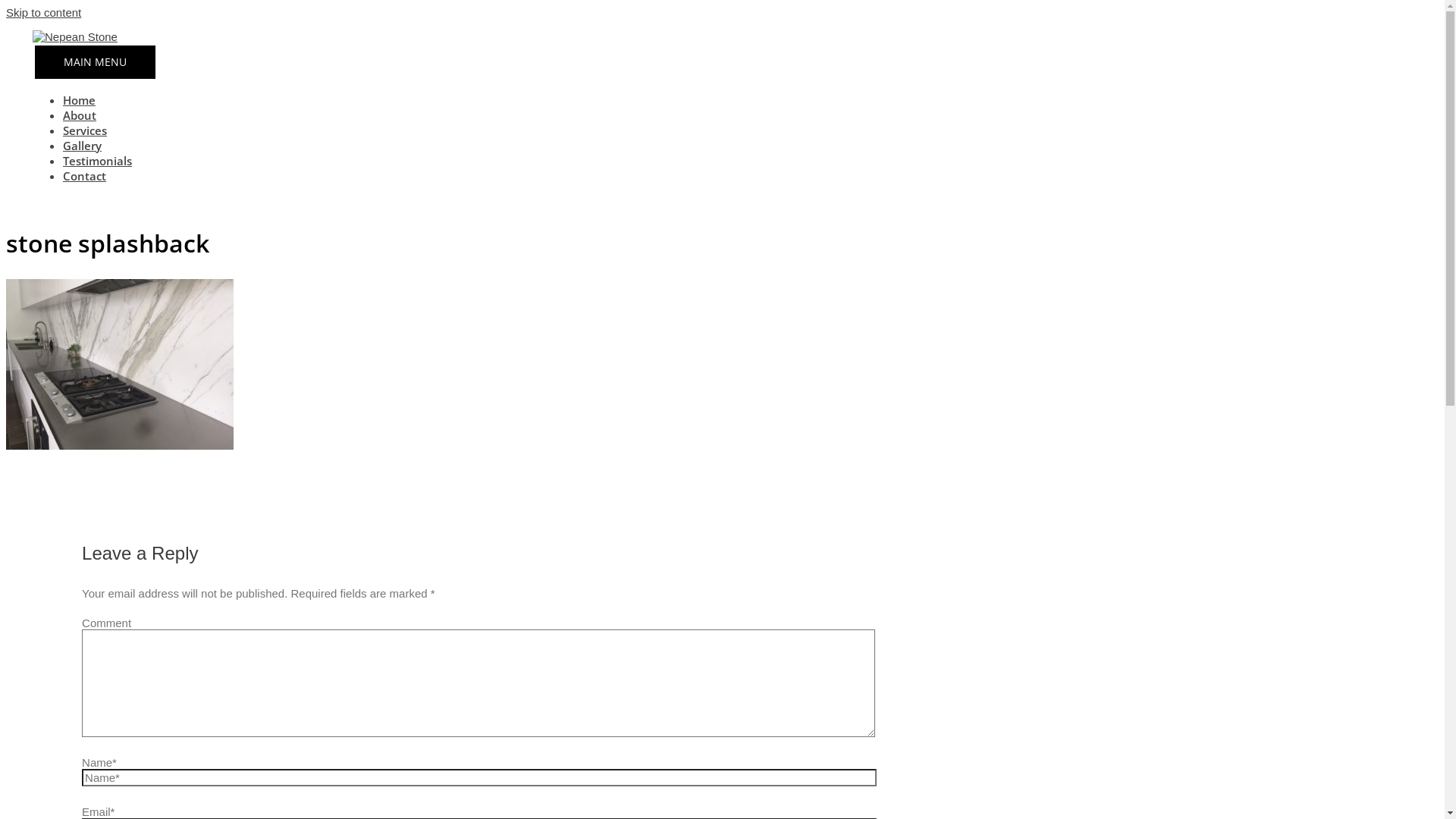 This screenshot has width=1456, height=819. Describe the element at coordinates (61, 130) in the screenshot. I see `'Services'` at that location.